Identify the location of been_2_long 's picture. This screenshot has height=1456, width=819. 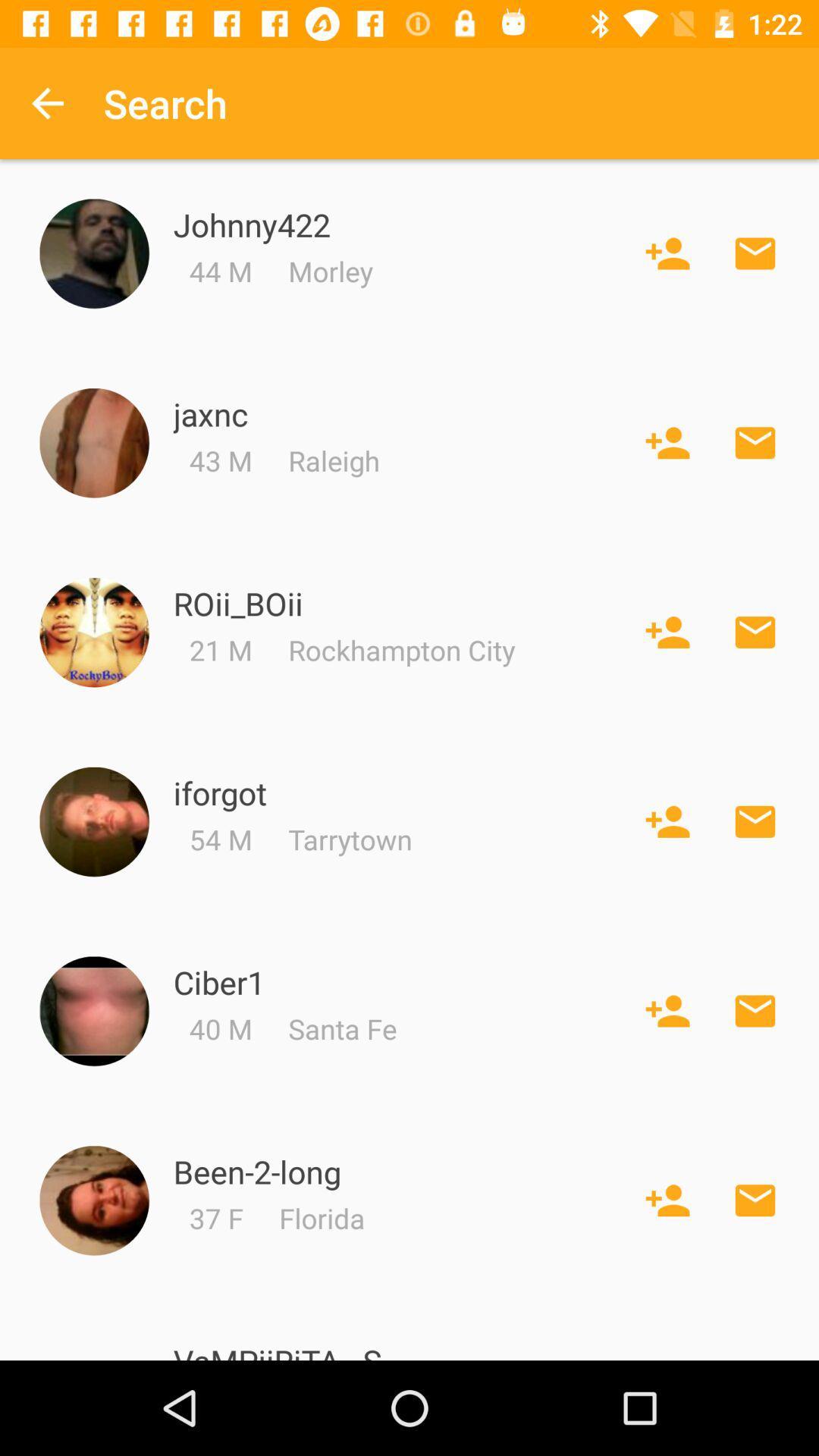
(94, 1200).